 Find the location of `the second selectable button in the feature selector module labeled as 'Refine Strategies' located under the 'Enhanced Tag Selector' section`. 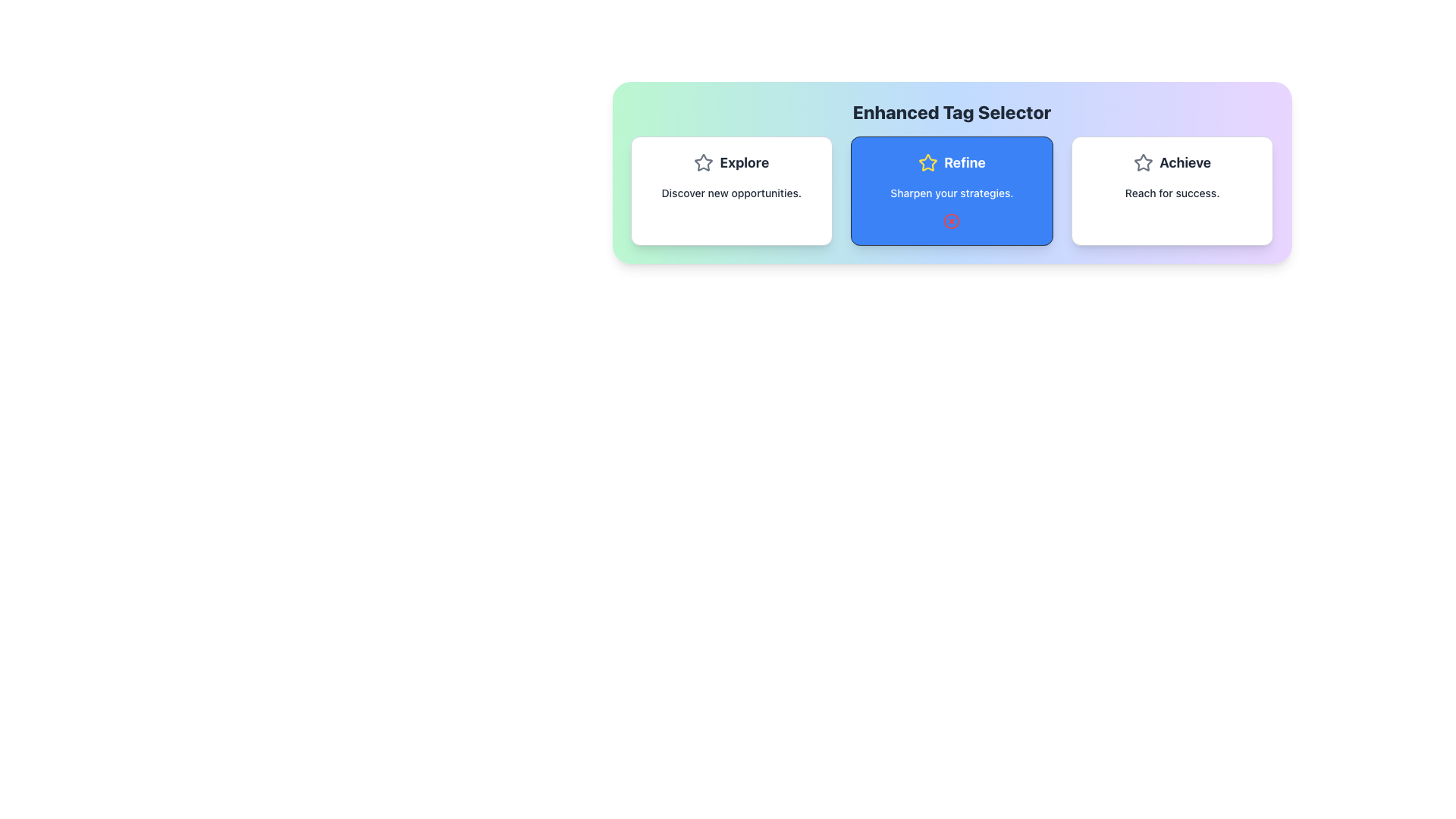

the second selectable button in the feature selector module labeled as 'Refine Strategies' located under the 'Enhanced Tag Selector' section is located at coordinates (951, 171).